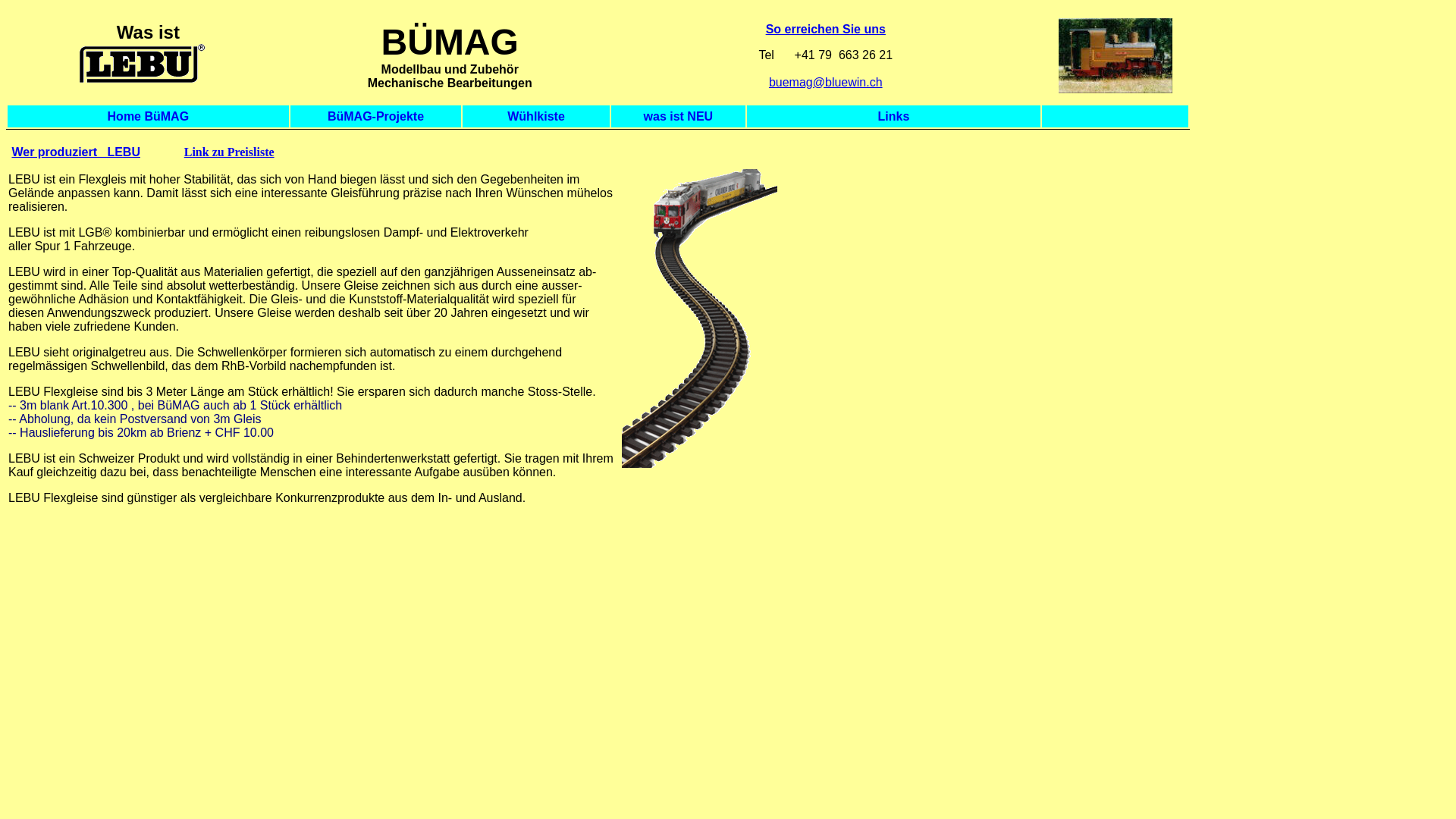 The image size is (1456, 819). Describe the element at coordinates (11, 152) in the screenshot. I see `'Wer produziert   LEBU'` at that location.